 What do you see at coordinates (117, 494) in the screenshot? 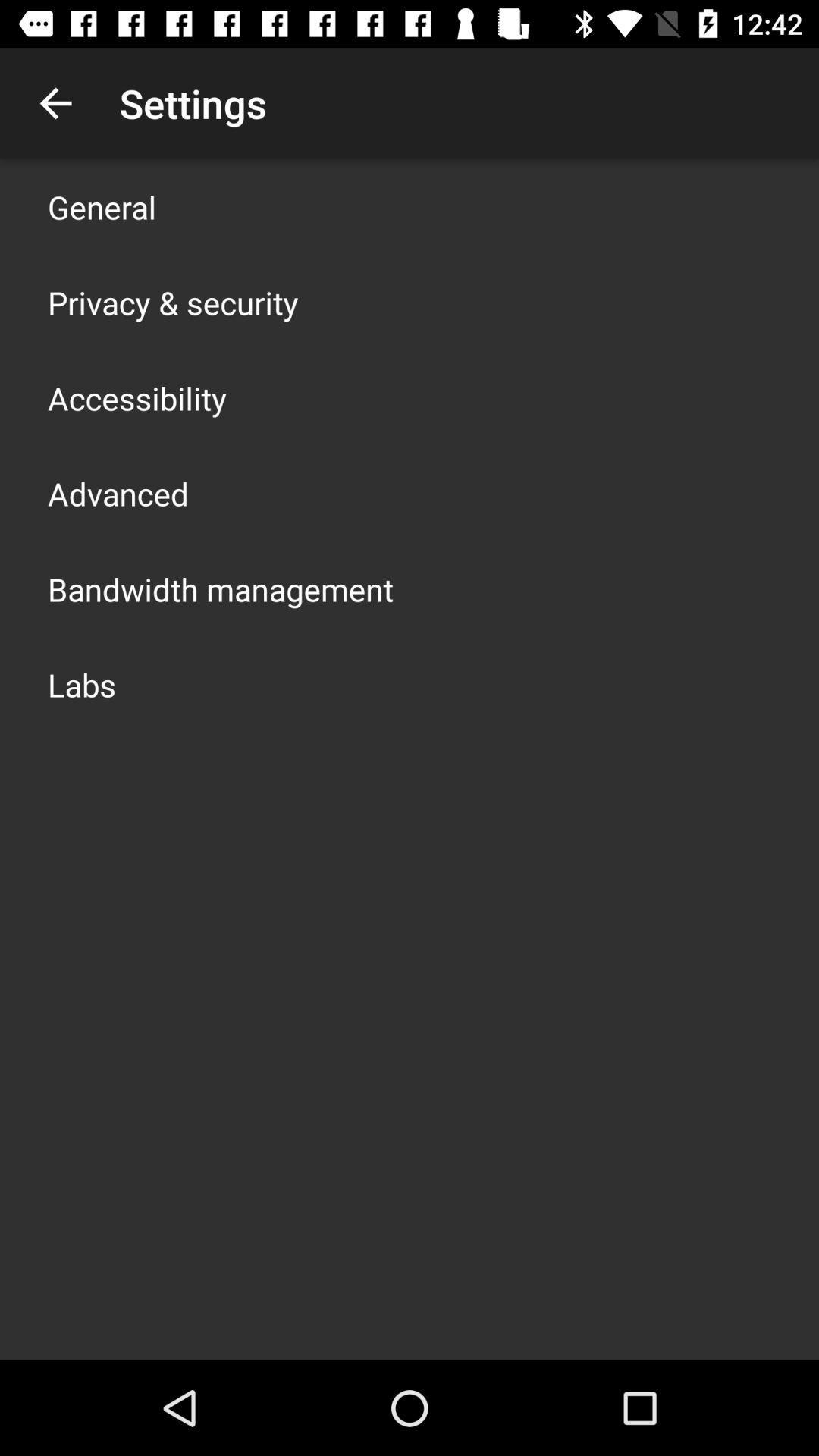
I see `app above bandwidth management app` at bounding box center [117, 494].